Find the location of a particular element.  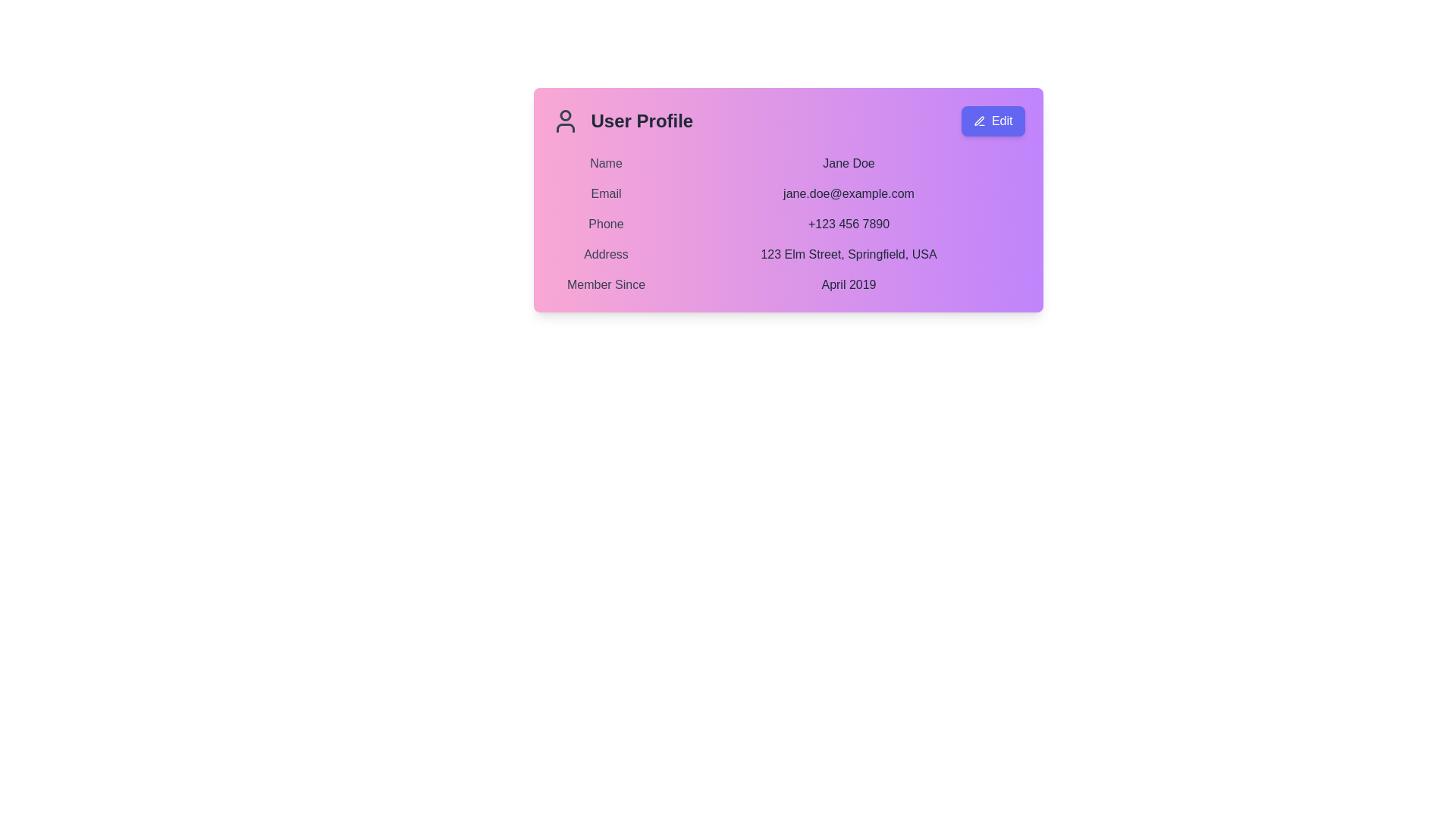

the 'Edit' button located in the top-right corner of the 'User Profile' section is located at coordinates (993, 120).